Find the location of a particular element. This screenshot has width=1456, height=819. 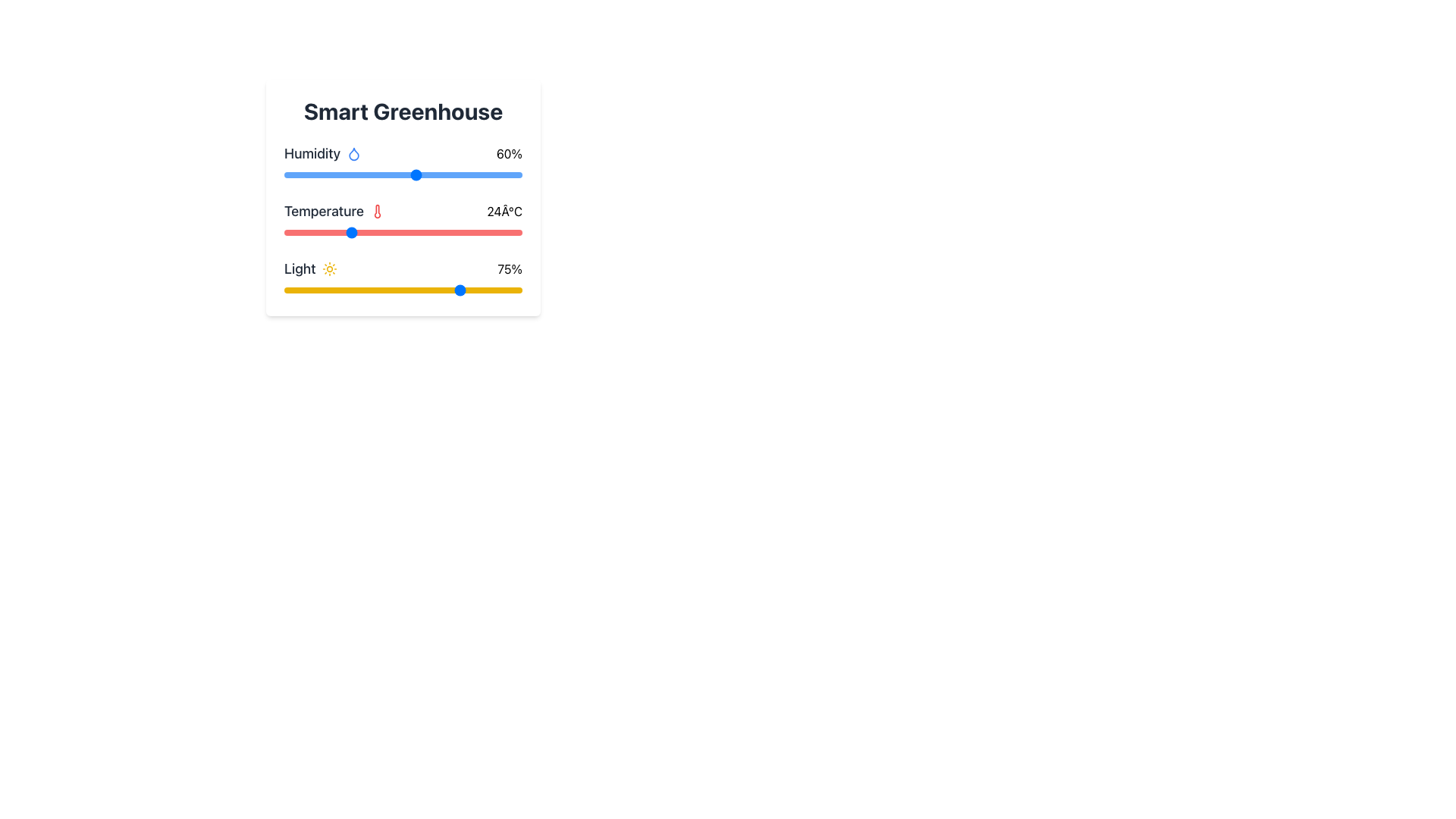

the Text Label that displays '60%' in bold black text, located at the right end of the 'Humidity' row, next to the blue droplet icon is located at coordinates (510, 154).